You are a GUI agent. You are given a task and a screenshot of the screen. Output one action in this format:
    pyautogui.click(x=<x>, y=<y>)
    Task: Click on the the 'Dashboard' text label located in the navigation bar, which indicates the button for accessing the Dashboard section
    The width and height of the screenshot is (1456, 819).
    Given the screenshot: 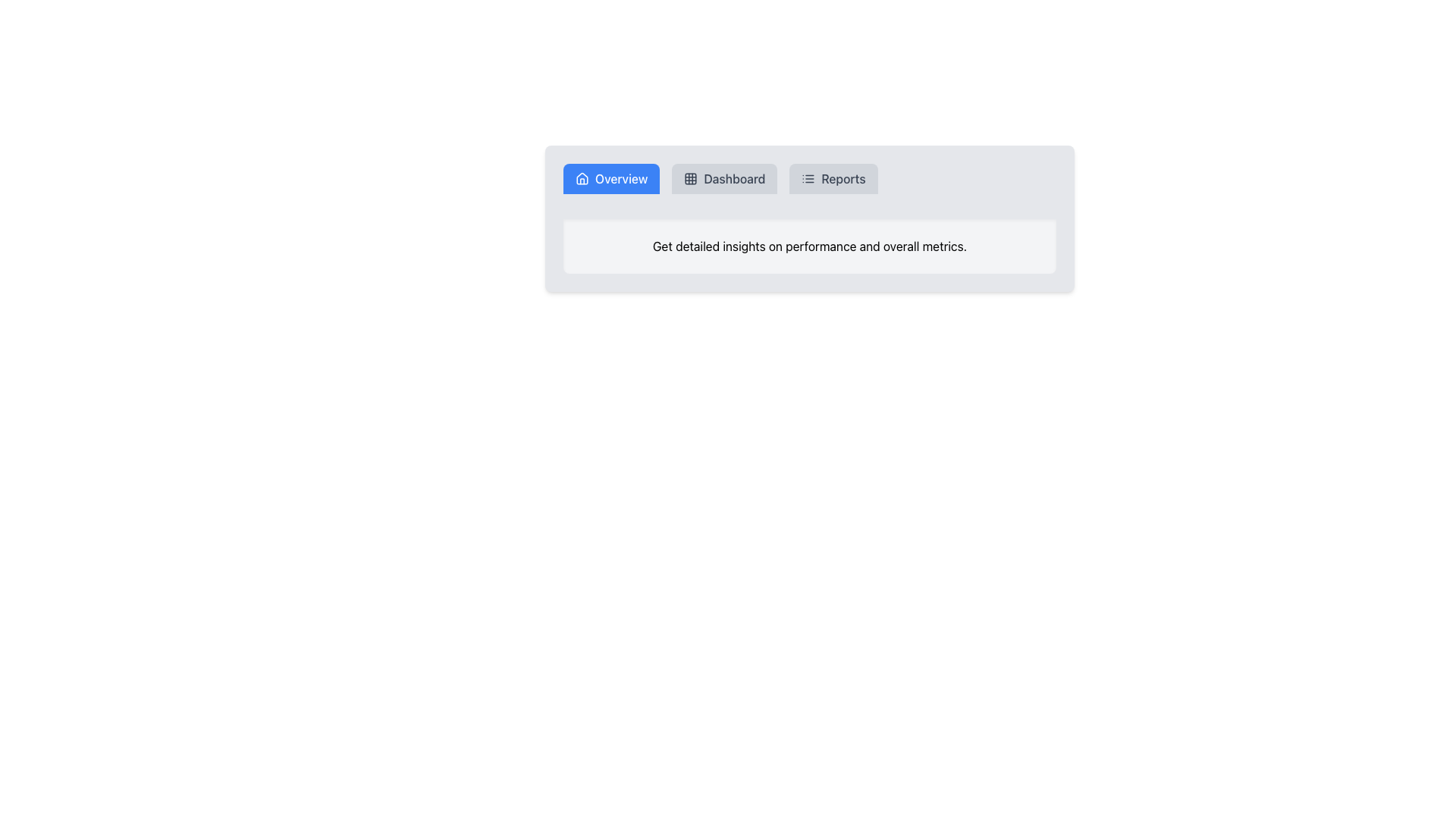 What is the action you would take?
    pyautogui.click(x=734, y=177)
    